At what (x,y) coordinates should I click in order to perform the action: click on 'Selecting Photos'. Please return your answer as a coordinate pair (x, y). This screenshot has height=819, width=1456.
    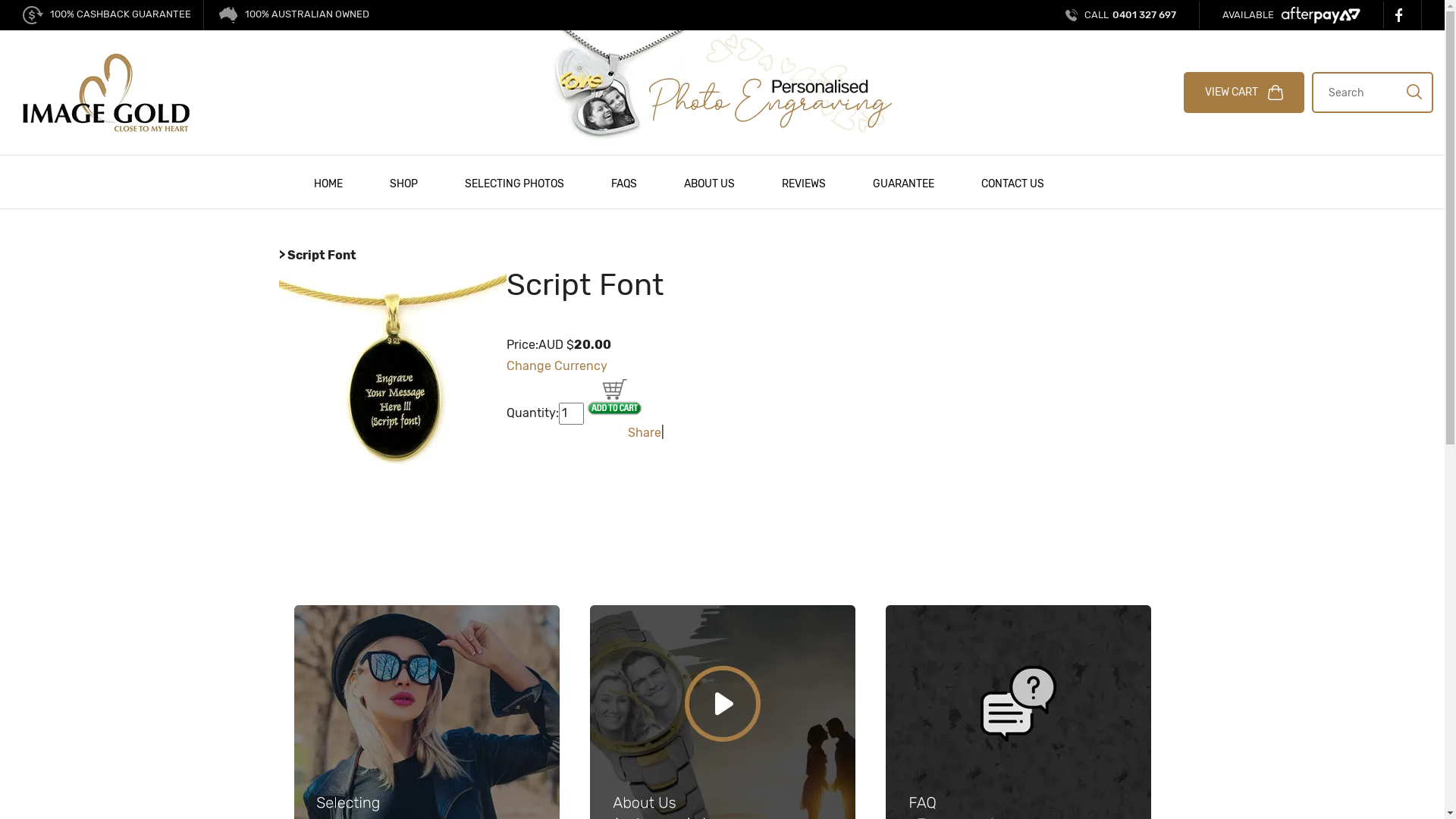
    Looking at the image, I should click on (425, 736).